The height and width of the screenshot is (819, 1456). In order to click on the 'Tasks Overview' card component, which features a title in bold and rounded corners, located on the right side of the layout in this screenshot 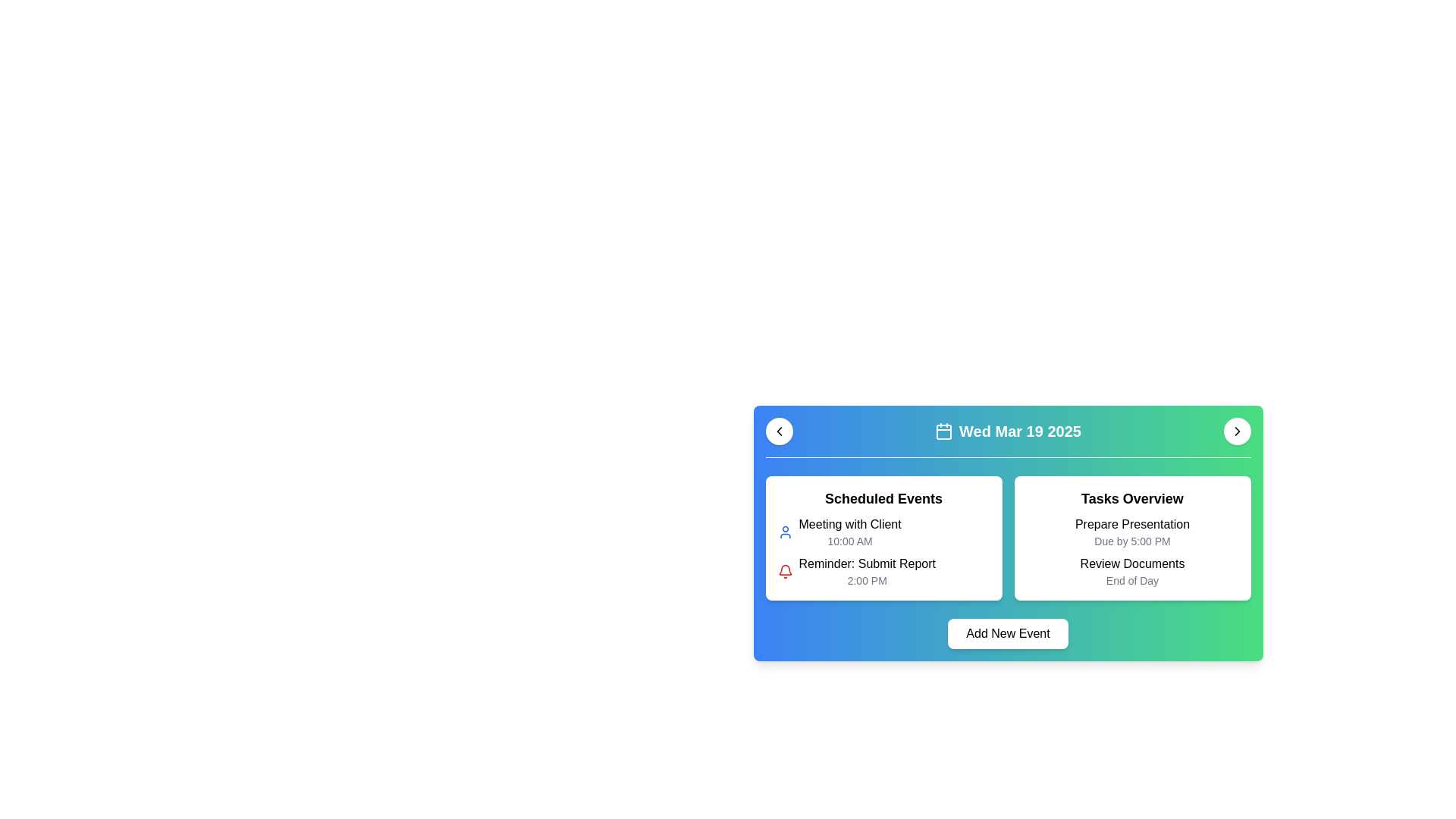, I will do `click(1132, 537)`.